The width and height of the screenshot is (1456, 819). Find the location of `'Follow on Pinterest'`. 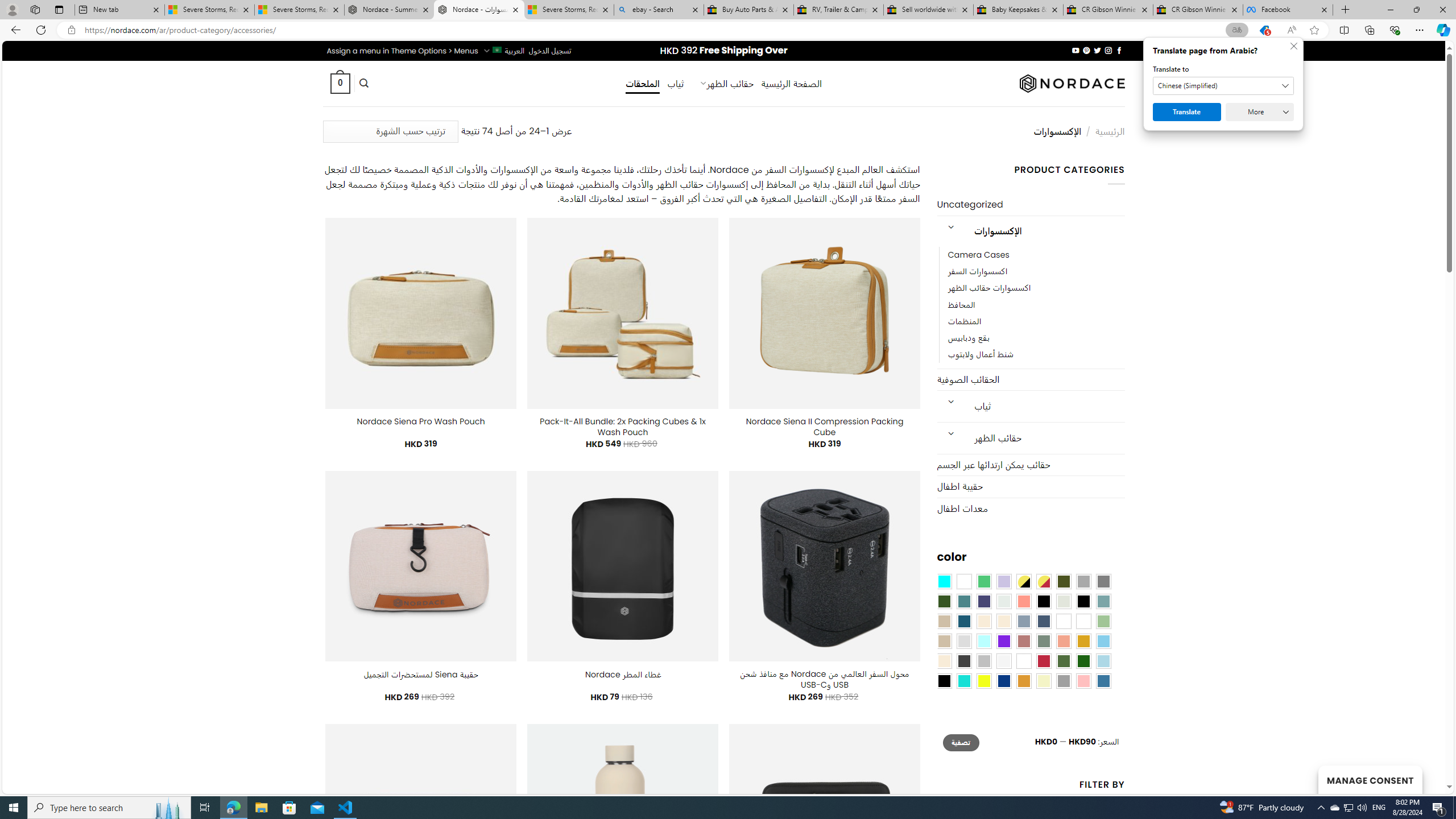

'Follow on Pinterest' is located at coordinates (1087, 50).